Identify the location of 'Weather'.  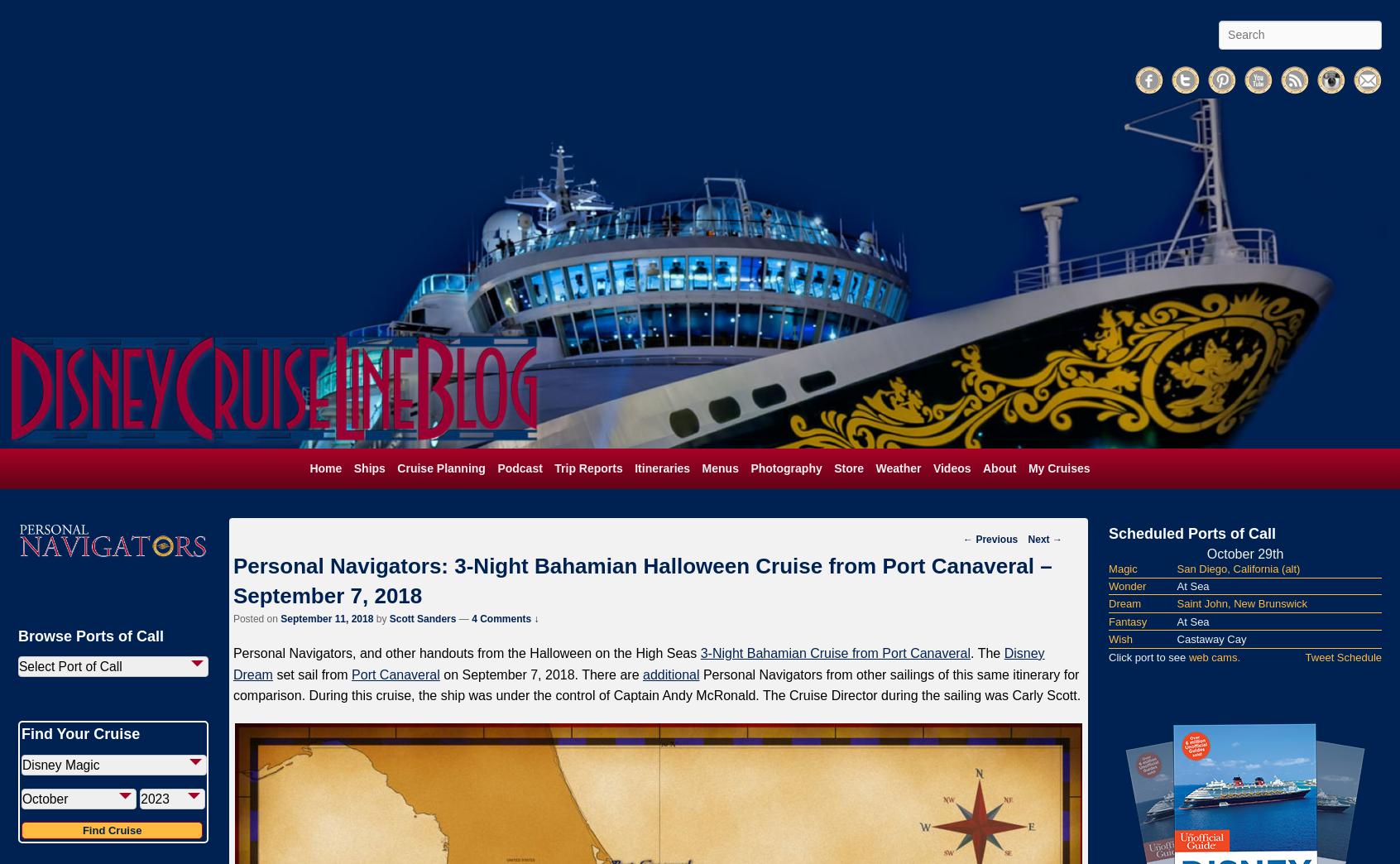
(898, 467).